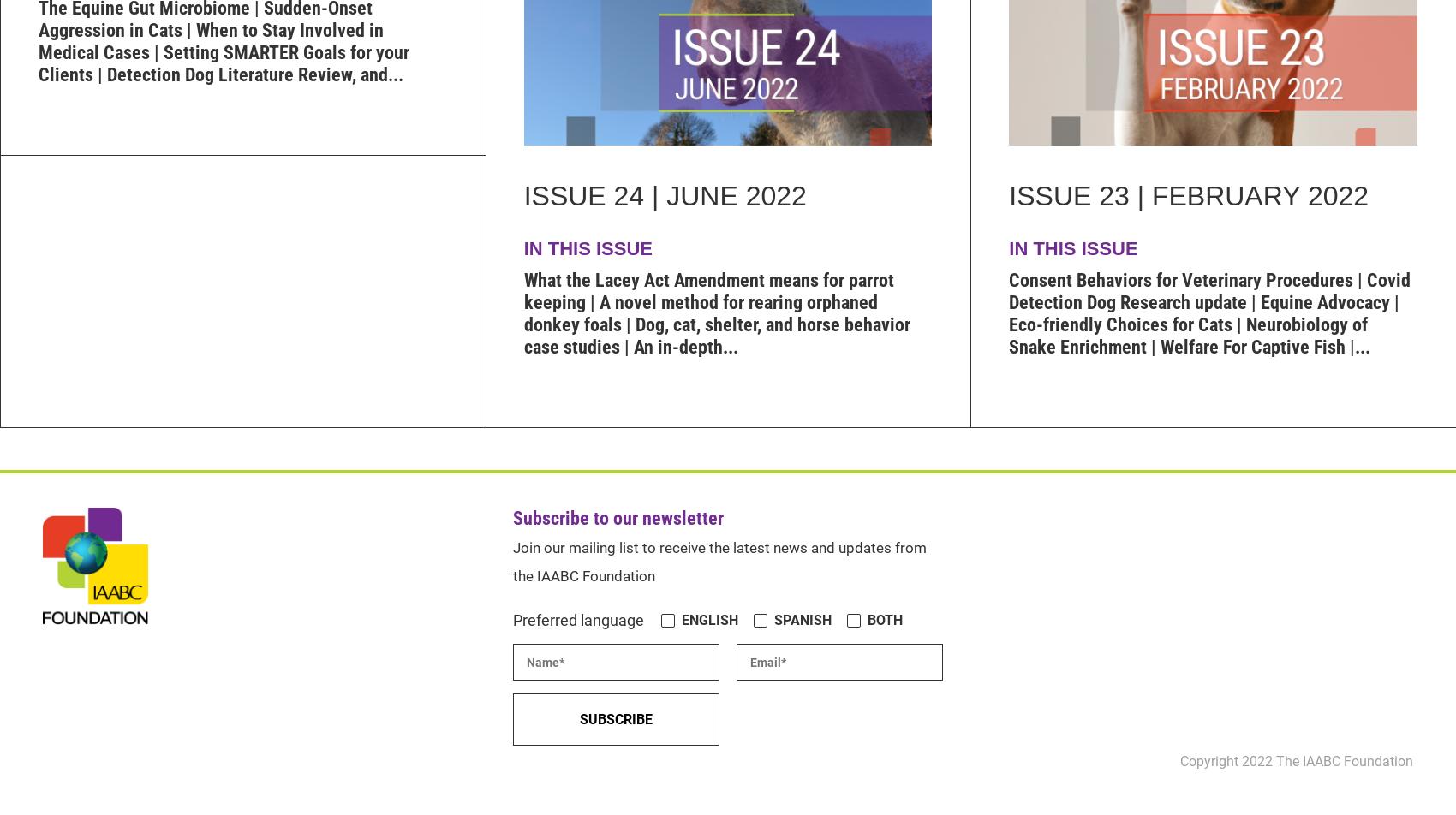 This screenshot has height=815, width=1456. Describe the element at coordinates (1296, 761) in the screenshot. I see `'Copyright 2022 The IAABC Foundation'` at that location.